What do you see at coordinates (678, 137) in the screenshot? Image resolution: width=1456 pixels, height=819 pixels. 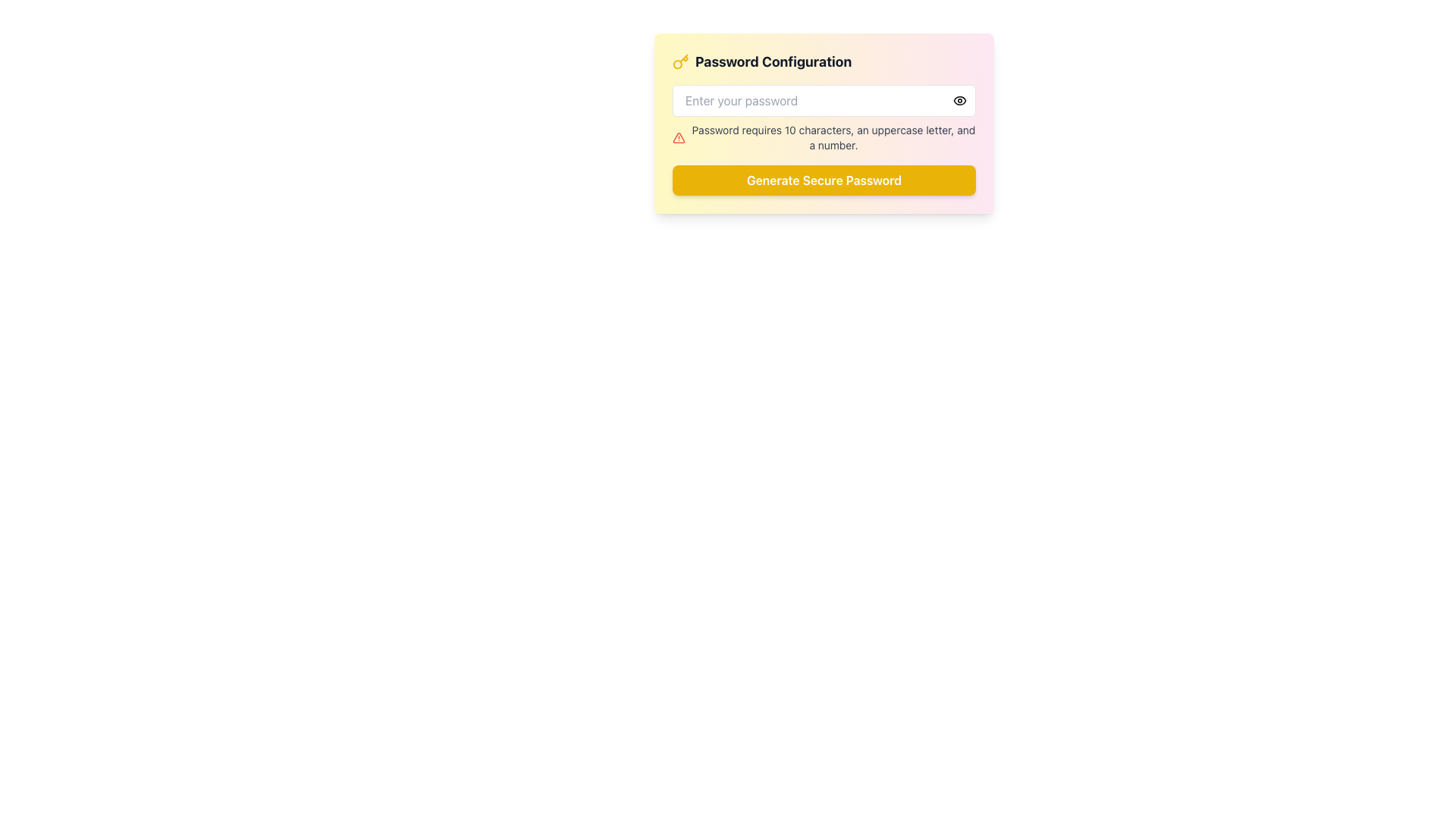 I see `the warning SVG icon that is positioned above the 'Generate Secure Password' button and to the left of the warning text about password requirements` at bounding box center [678, 137].